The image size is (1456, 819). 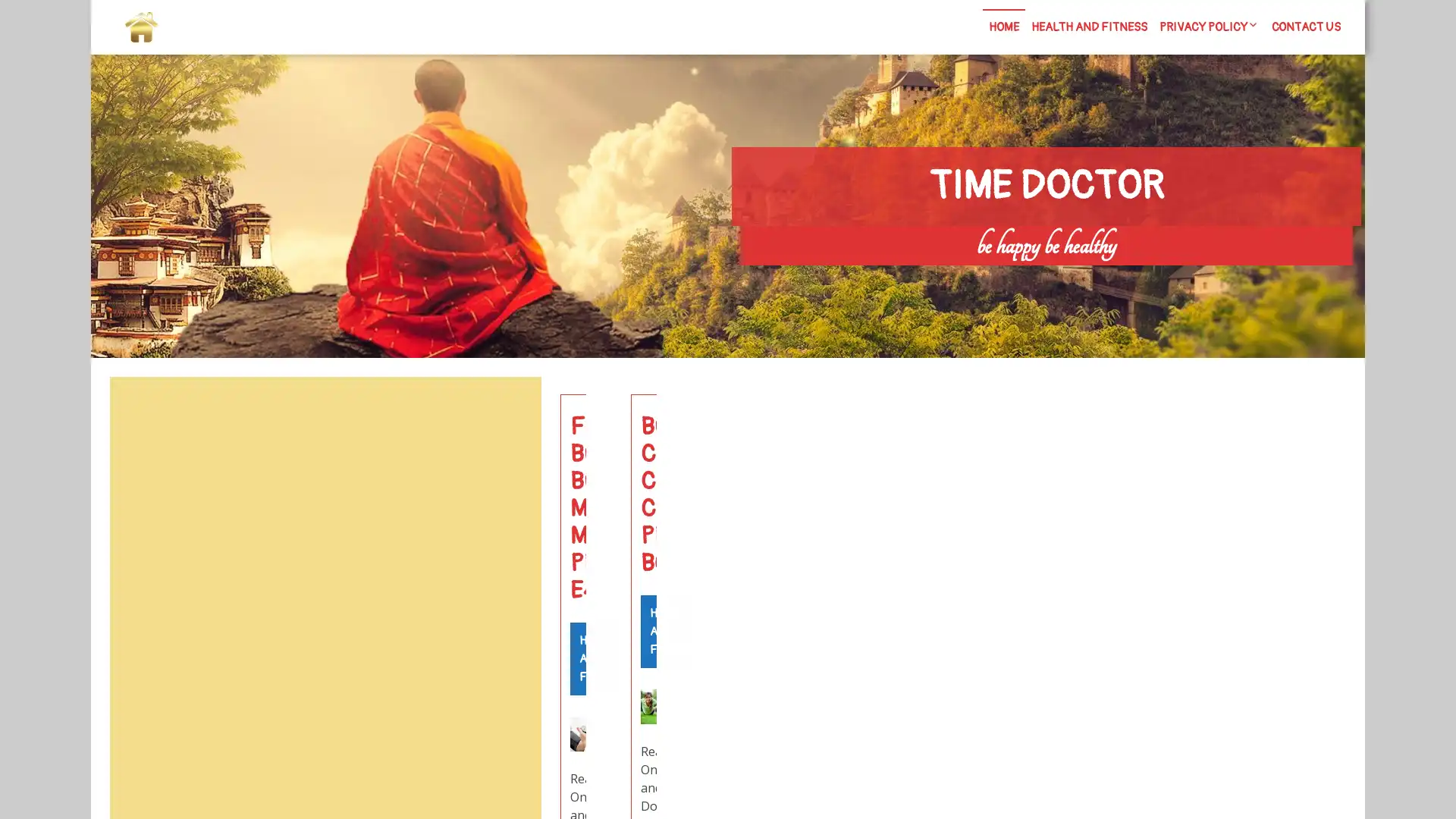 What do you see at coordinates (506, 413) in the screenshot?
I see `Search` at bounding box center [506, 413].